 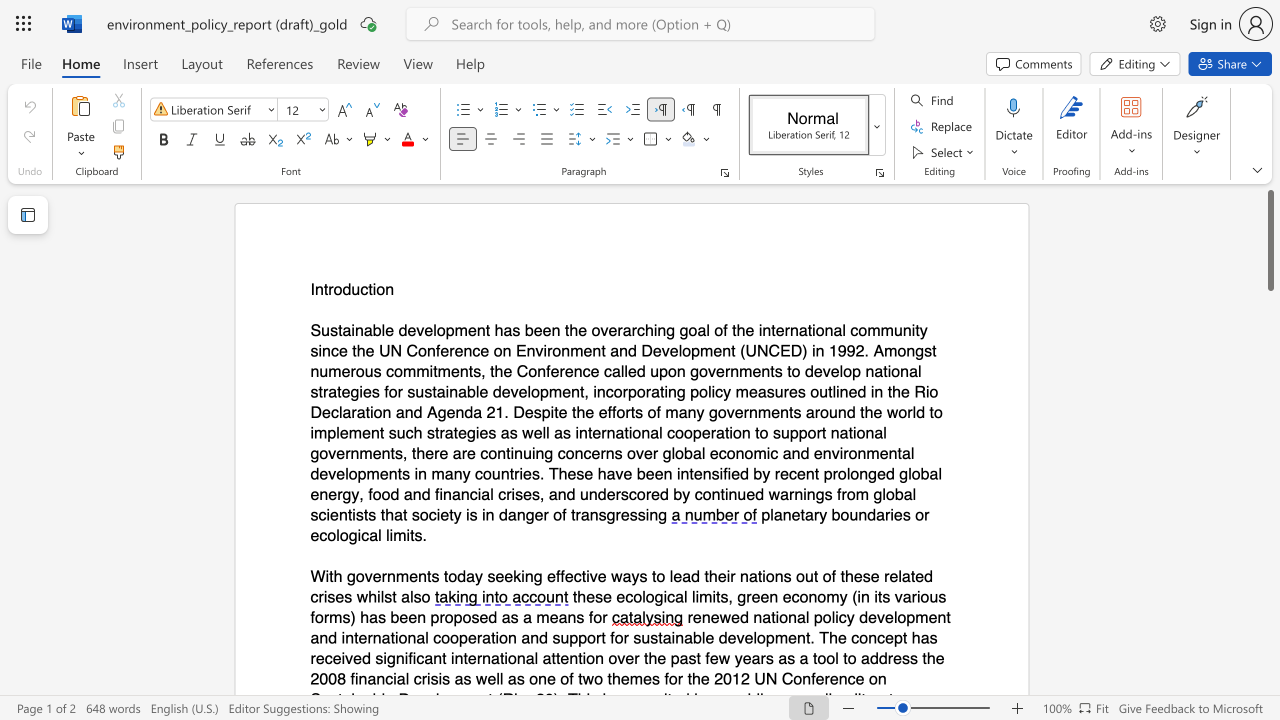 I want to click on the scrollbar to scroll the page down, so click(x=1269, y=540).